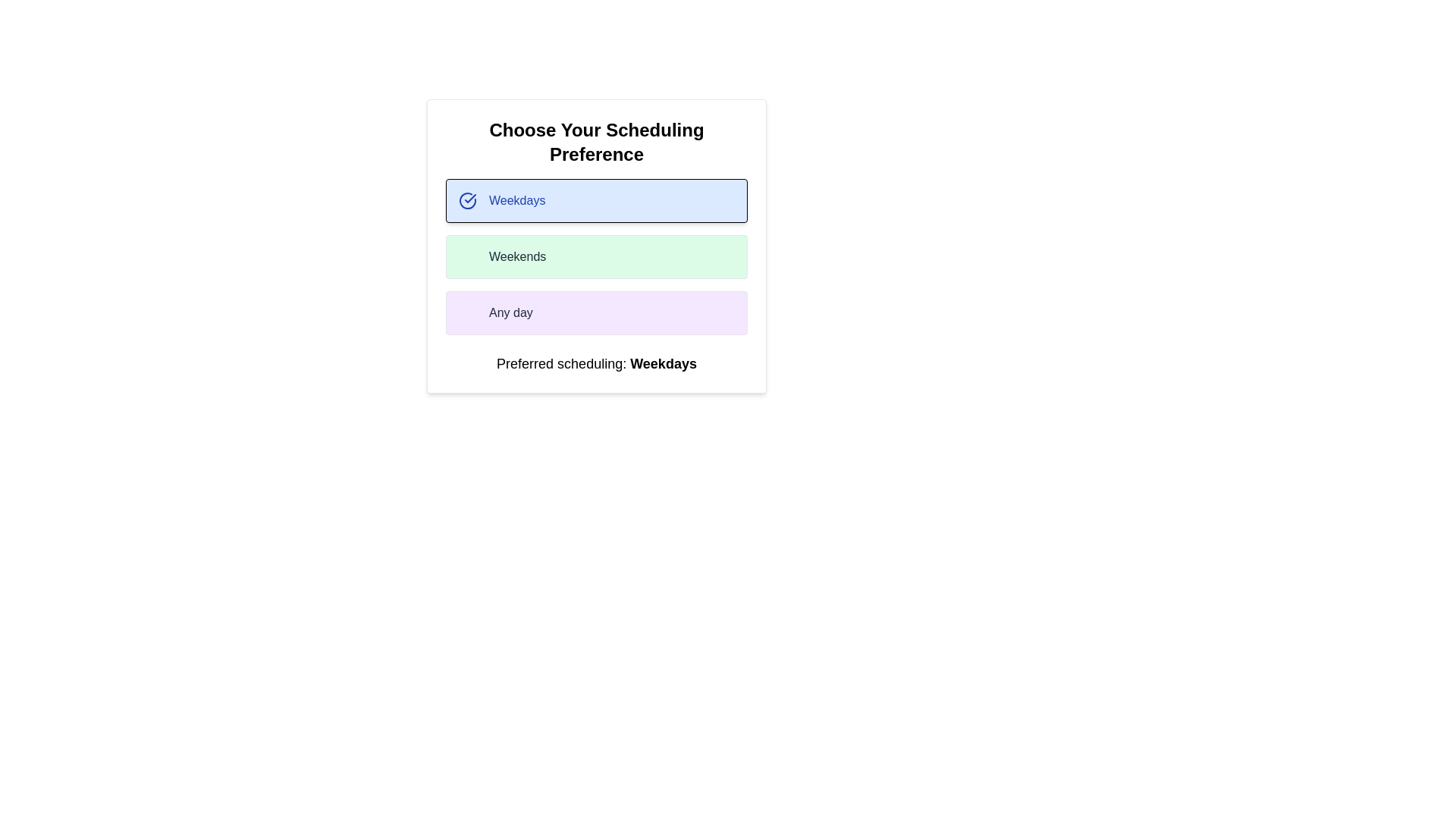 This screenshot has width=1456, height=819. I want to click on the label displaying 'Preferred scheduling: Weekdays' that is positioned at the bottom of the card layout, below the options of 'Weekdays', 'Weekends', and 'Any day', so click(596, 363).